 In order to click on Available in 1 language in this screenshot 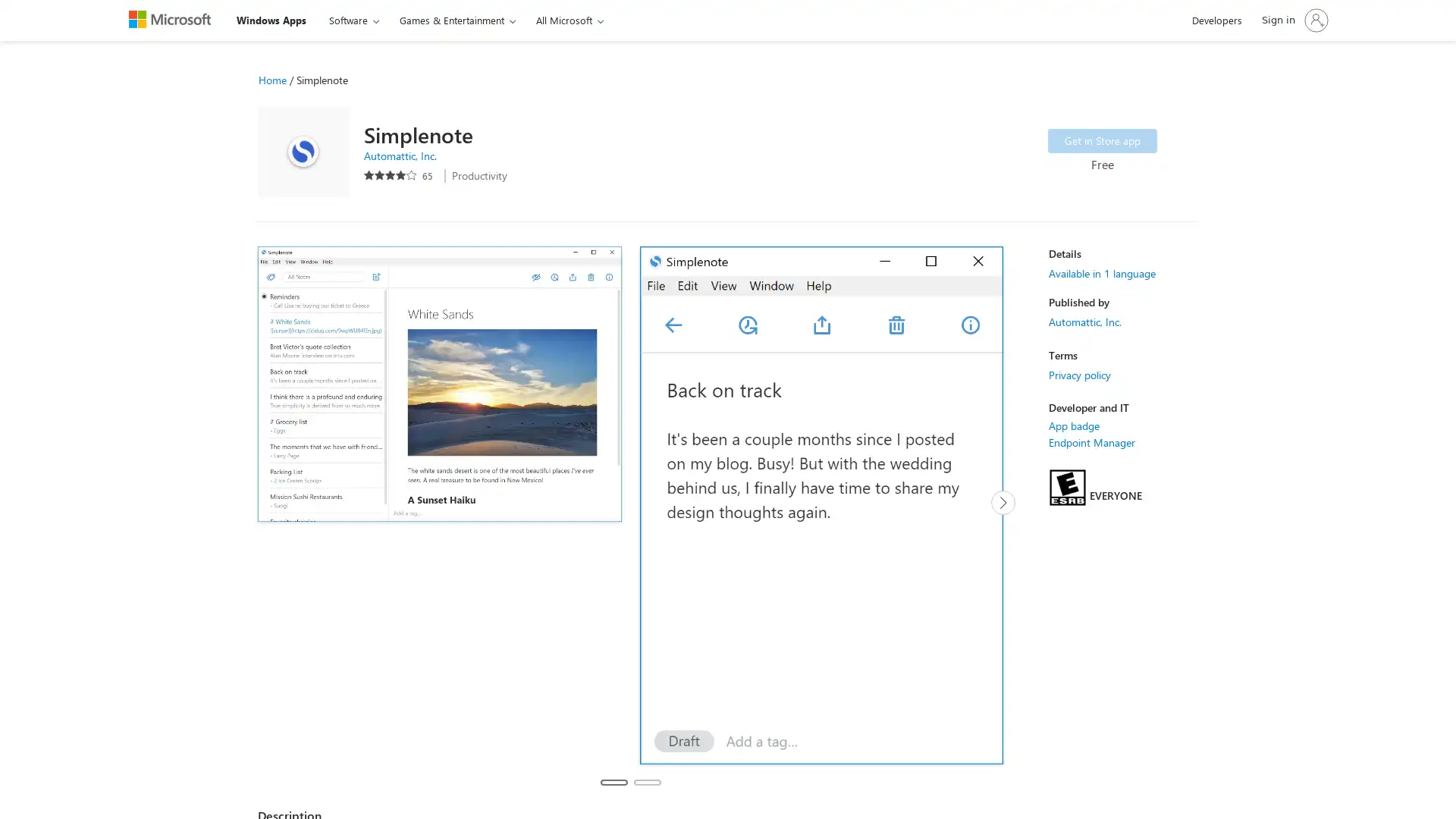, I will do `click(1102, 274)`.